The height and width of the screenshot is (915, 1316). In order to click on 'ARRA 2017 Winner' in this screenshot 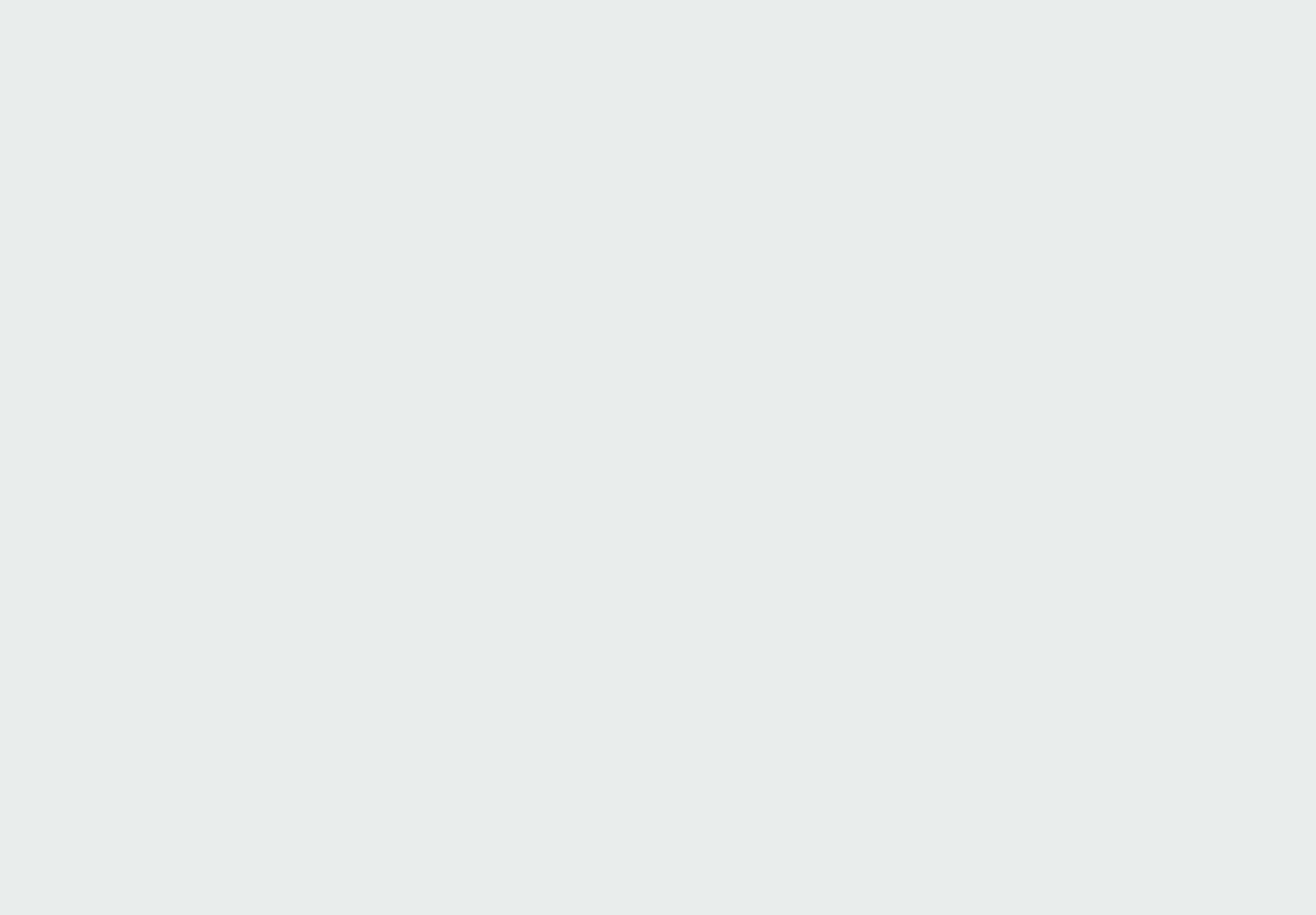, I will do `click(96, 95)`.